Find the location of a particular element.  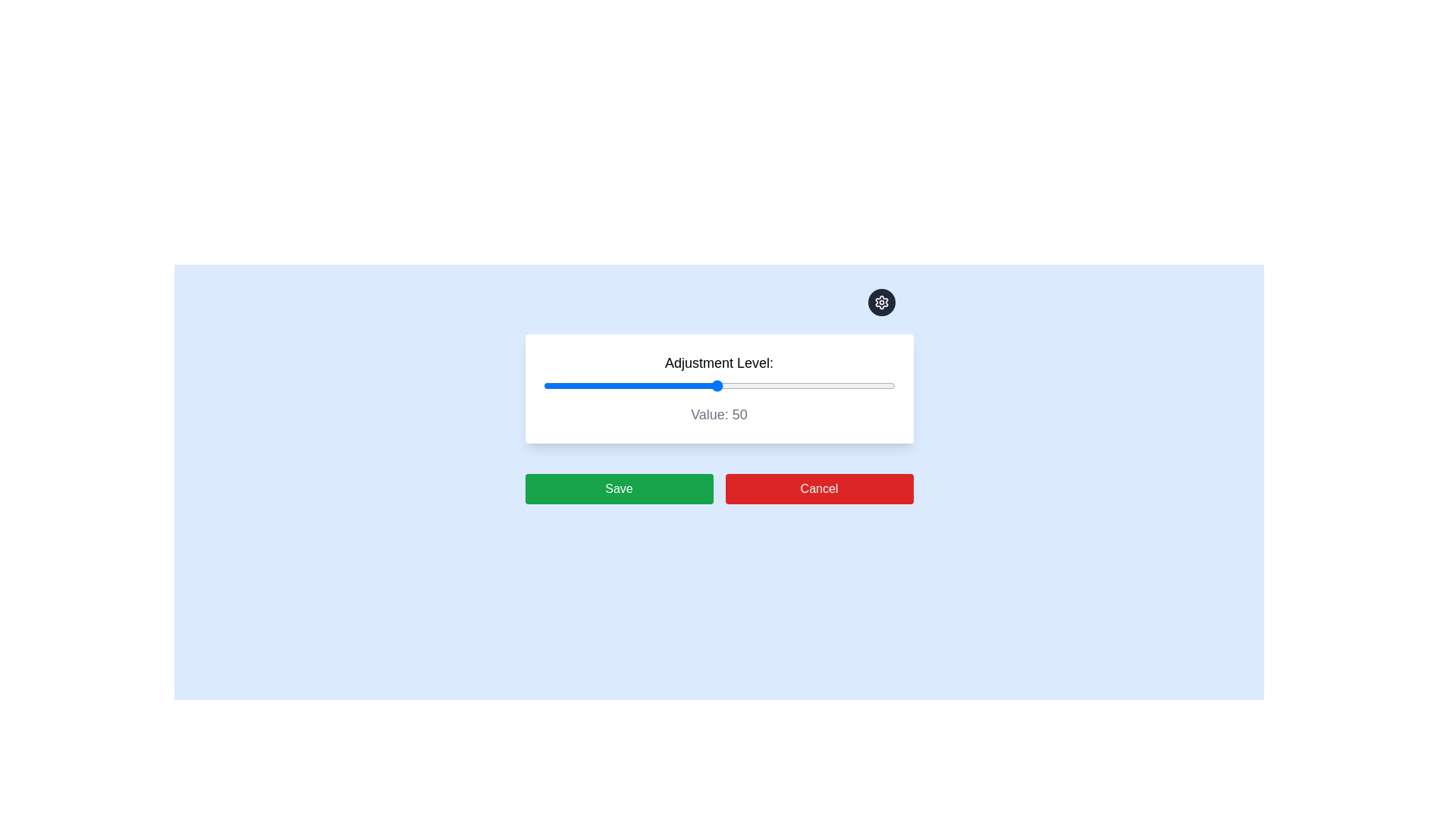

the adjustment level is located at coordinates (706, 385).